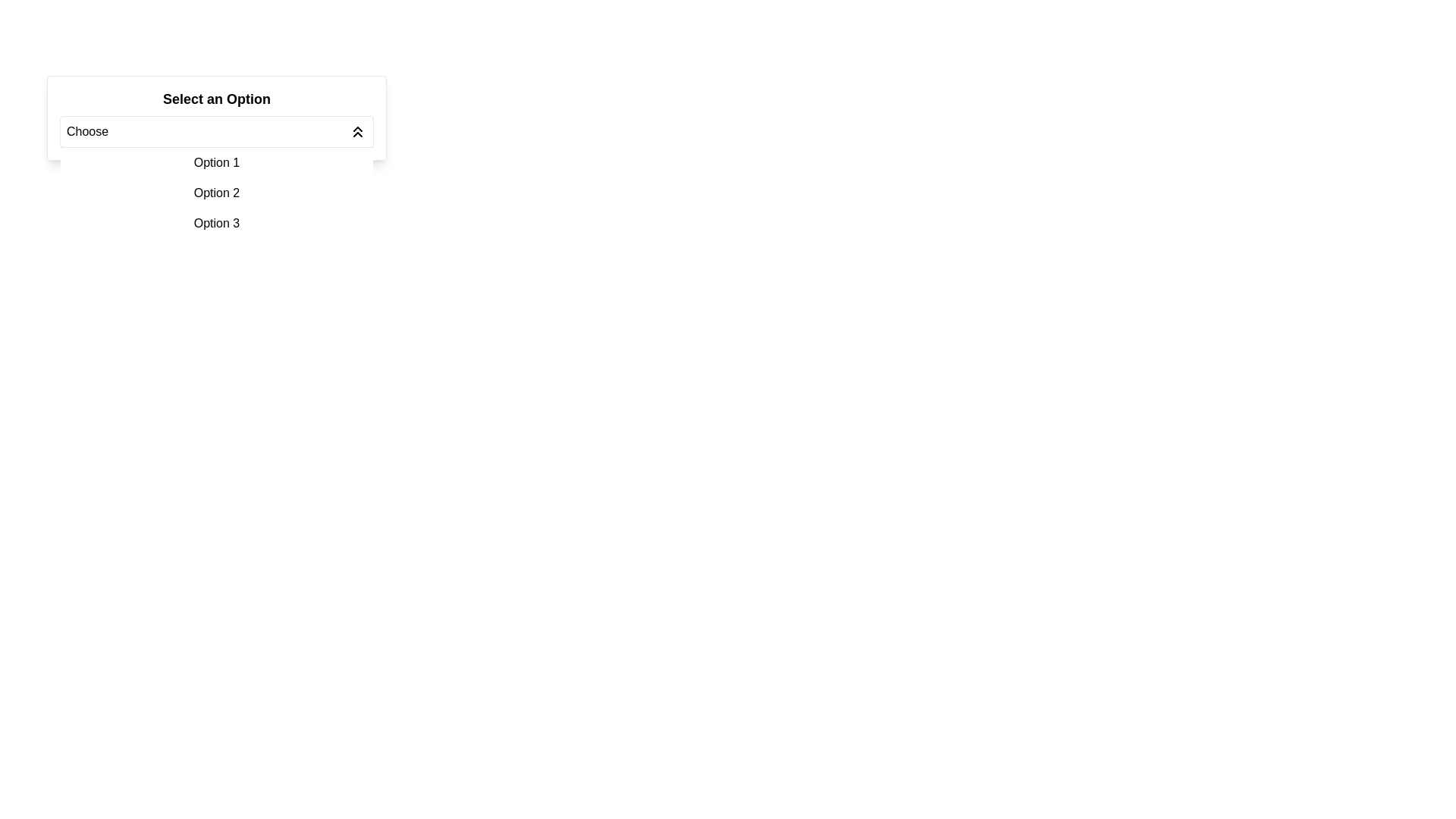  I want to click on the selectable list item for 'Option 3' in the dropdown menu, so click(216, 223).